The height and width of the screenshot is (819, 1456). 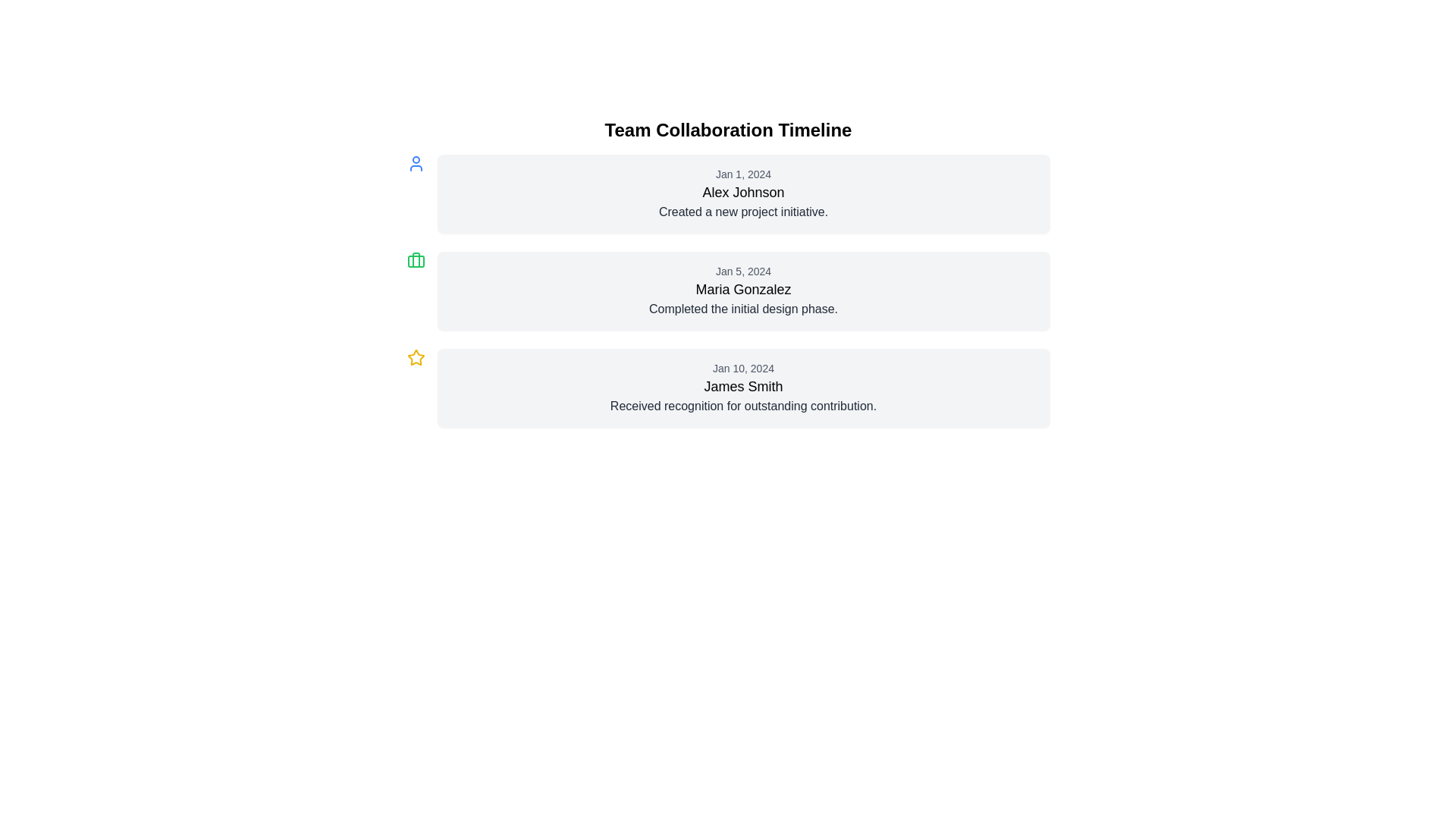 I want to click on the second timeline entry to edit the event information, which includes the date, individual, and description, so click(x=728, y=291).